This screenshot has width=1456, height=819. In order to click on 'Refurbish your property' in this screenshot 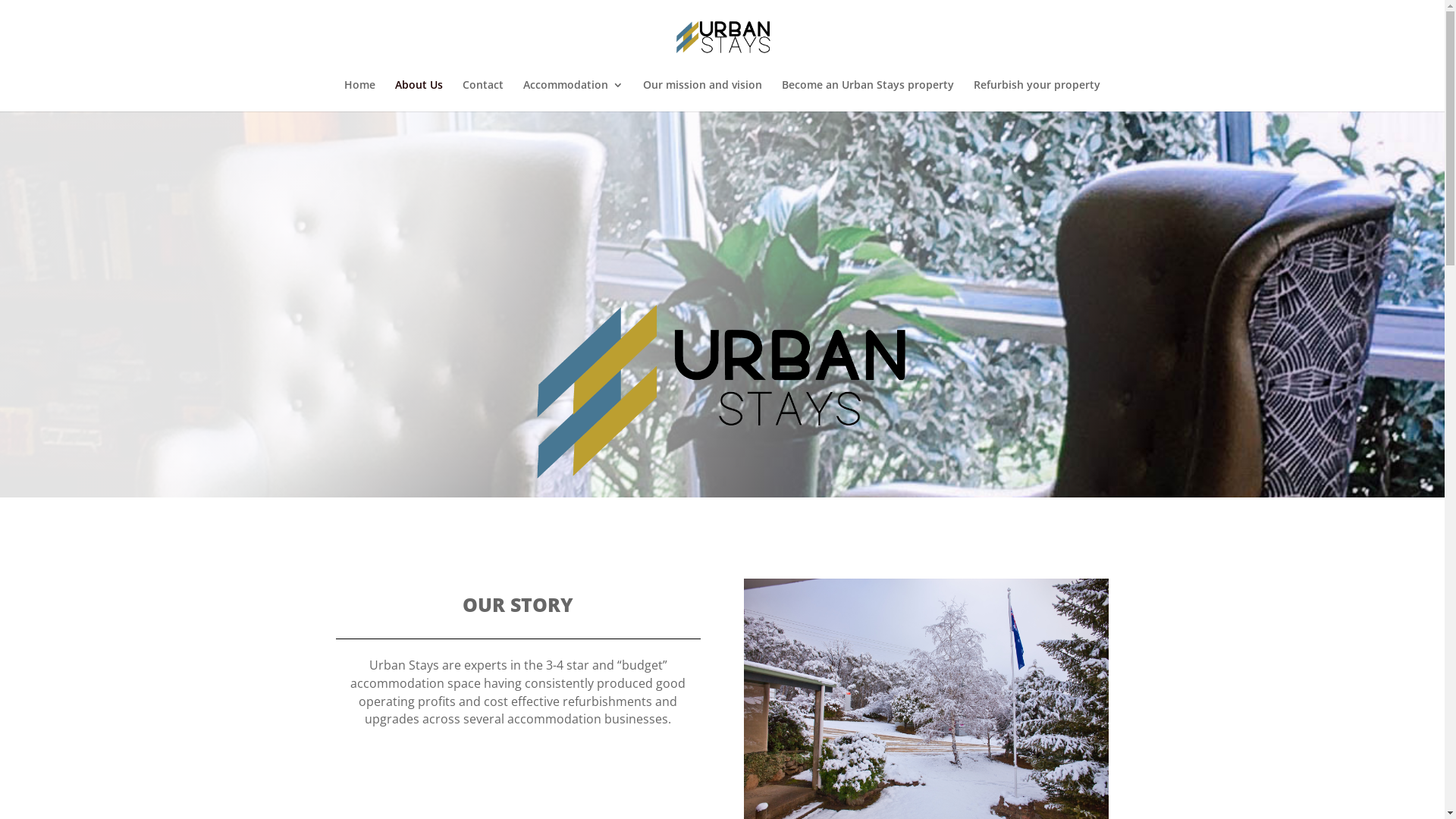, I will do `click(973, 96)`.